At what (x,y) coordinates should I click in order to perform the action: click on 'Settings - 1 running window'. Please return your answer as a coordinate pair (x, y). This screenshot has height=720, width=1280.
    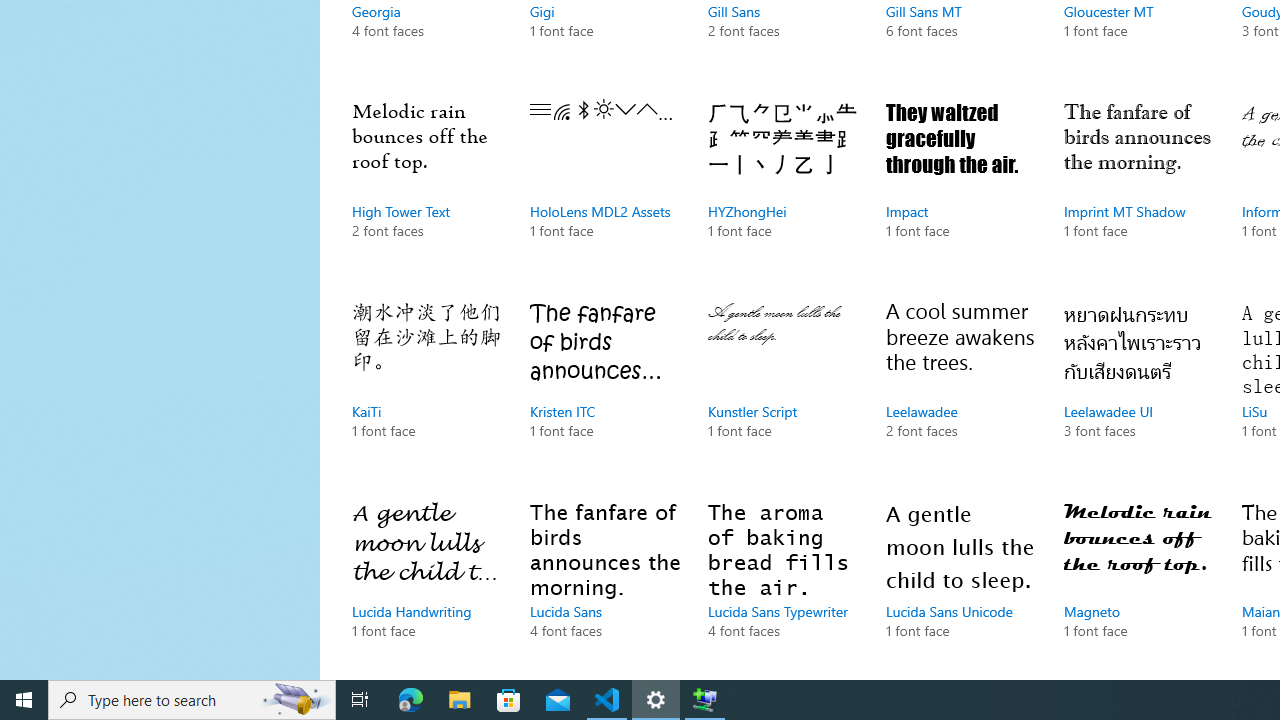
    Looking at the image, I should click on (656, 698).